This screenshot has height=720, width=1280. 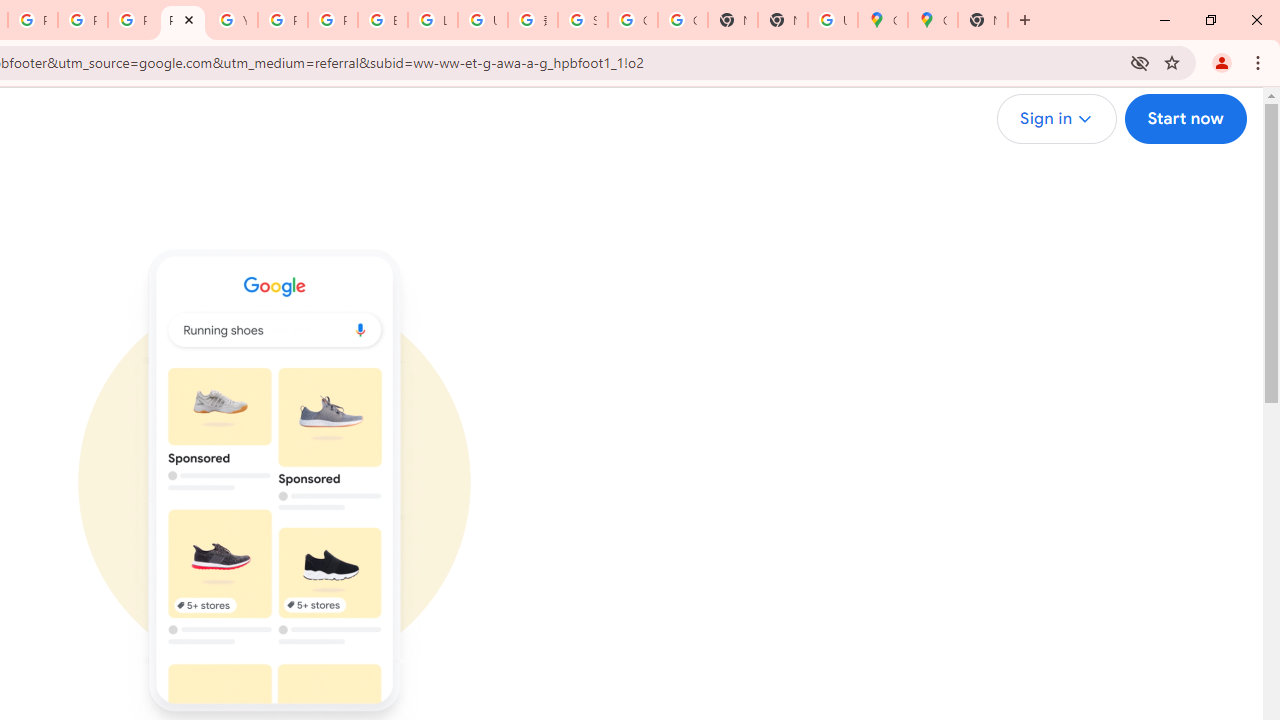 What do you see at coordinates (81, 20) in the screenshot?
I see `'Privacy Help Center - Policies Help'` at bounding box center [81, 20].